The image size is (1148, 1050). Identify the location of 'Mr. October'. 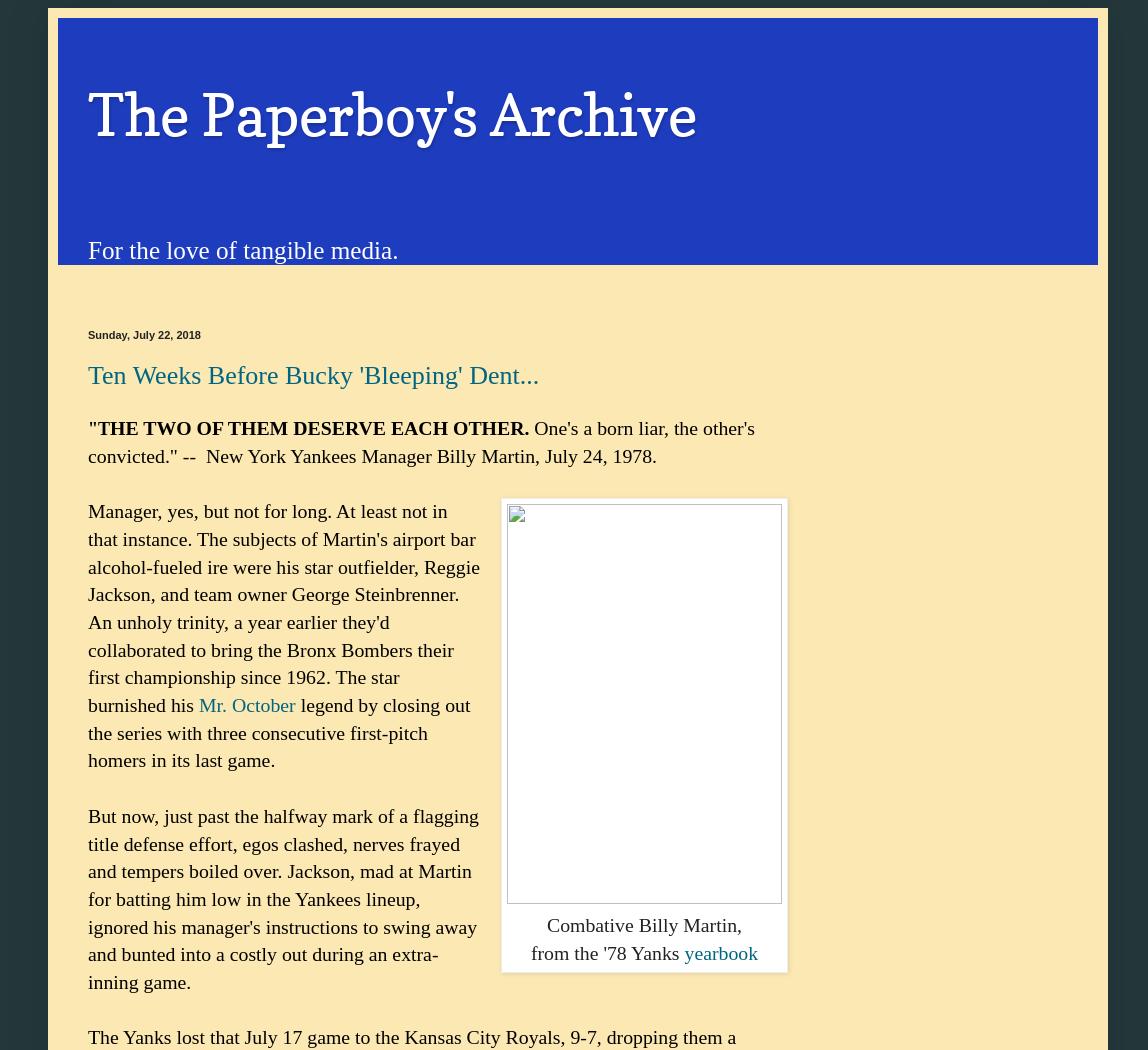
(198, 704).